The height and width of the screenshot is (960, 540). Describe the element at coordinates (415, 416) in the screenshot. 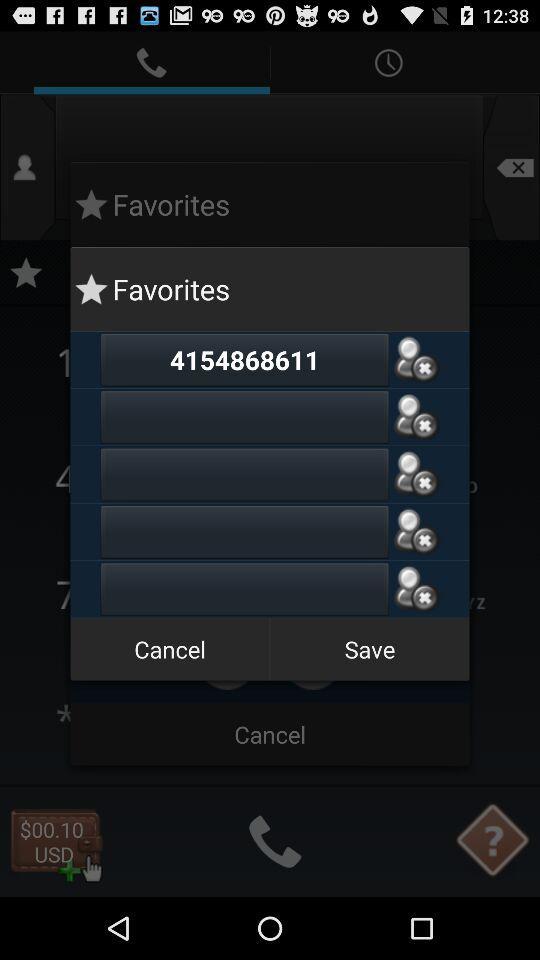

I see `number to favourites` at that location.